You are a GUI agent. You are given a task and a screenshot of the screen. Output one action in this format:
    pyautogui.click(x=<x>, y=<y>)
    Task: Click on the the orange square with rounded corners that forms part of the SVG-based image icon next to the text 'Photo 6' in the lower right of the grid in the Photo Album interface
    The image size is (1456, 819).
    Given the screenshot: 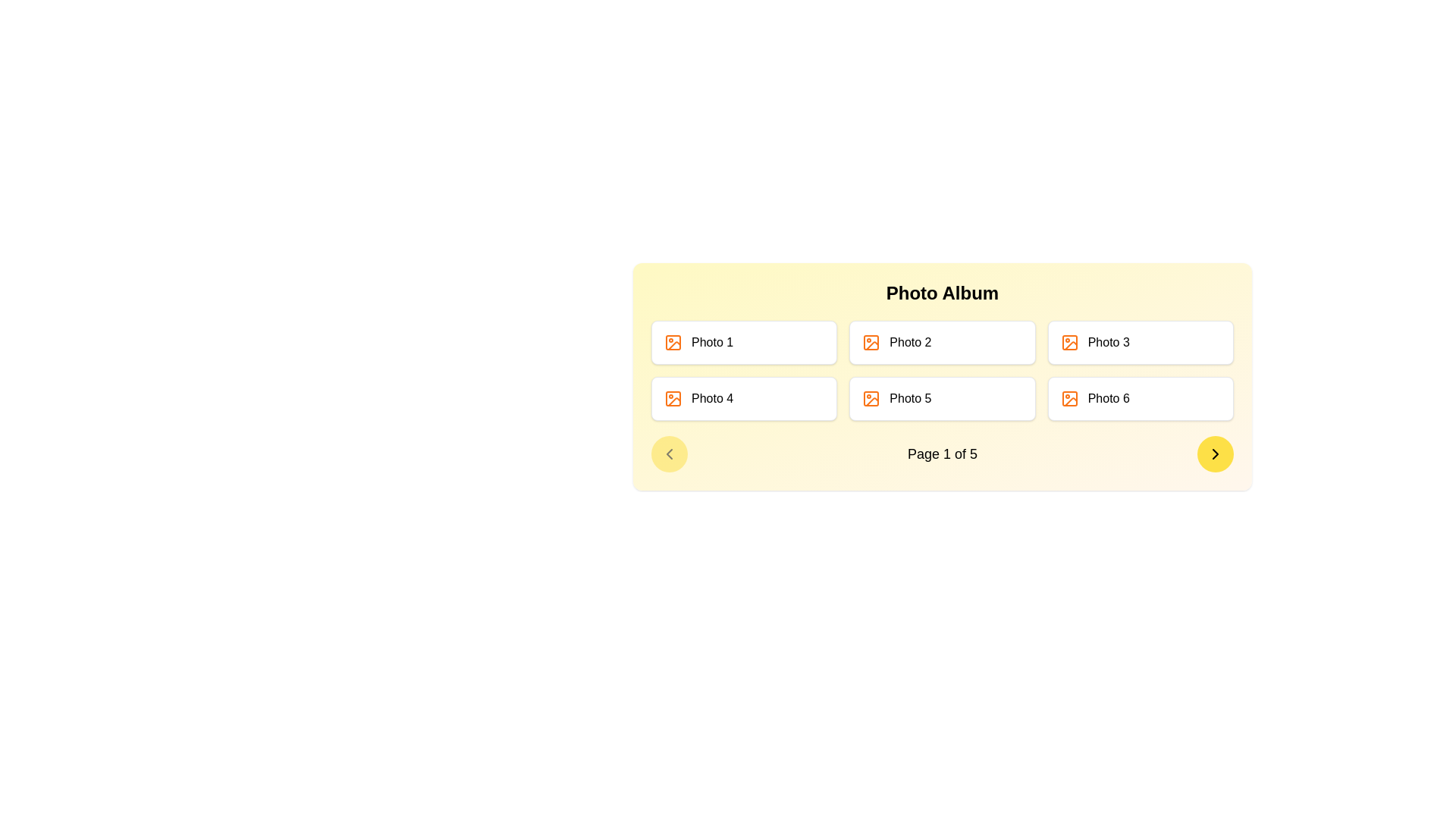 What is the action you would take?
    pyautogui.click(x=1068, y=397)
    